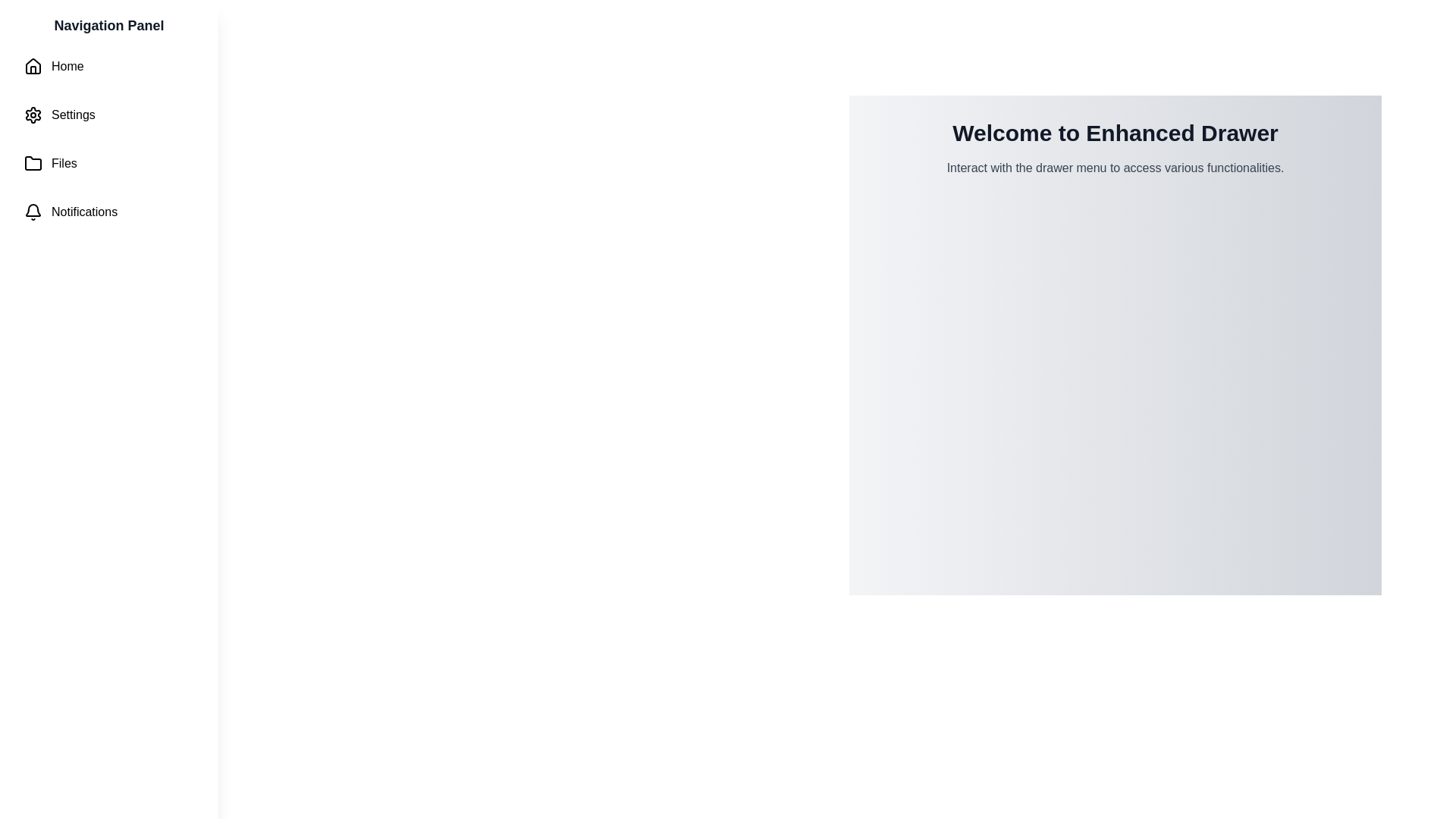  What do you see at coordinates (33, 114) in the screenshot?
I see `the settings icon in the vertical navigation panel, which represents application configuration options` at bounding box center [33, 114].